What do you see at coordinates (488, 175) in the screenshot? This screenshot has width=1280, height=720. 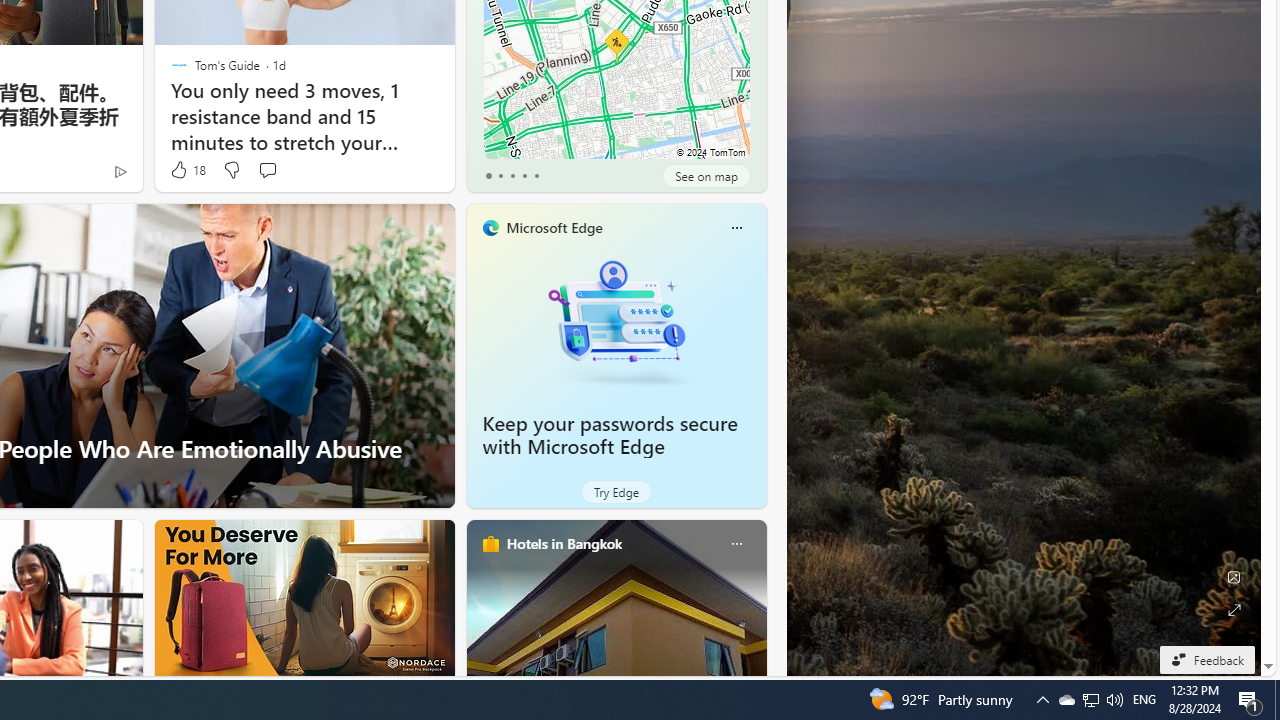 I see `'tab-0'` at bounding box center [488, 175].